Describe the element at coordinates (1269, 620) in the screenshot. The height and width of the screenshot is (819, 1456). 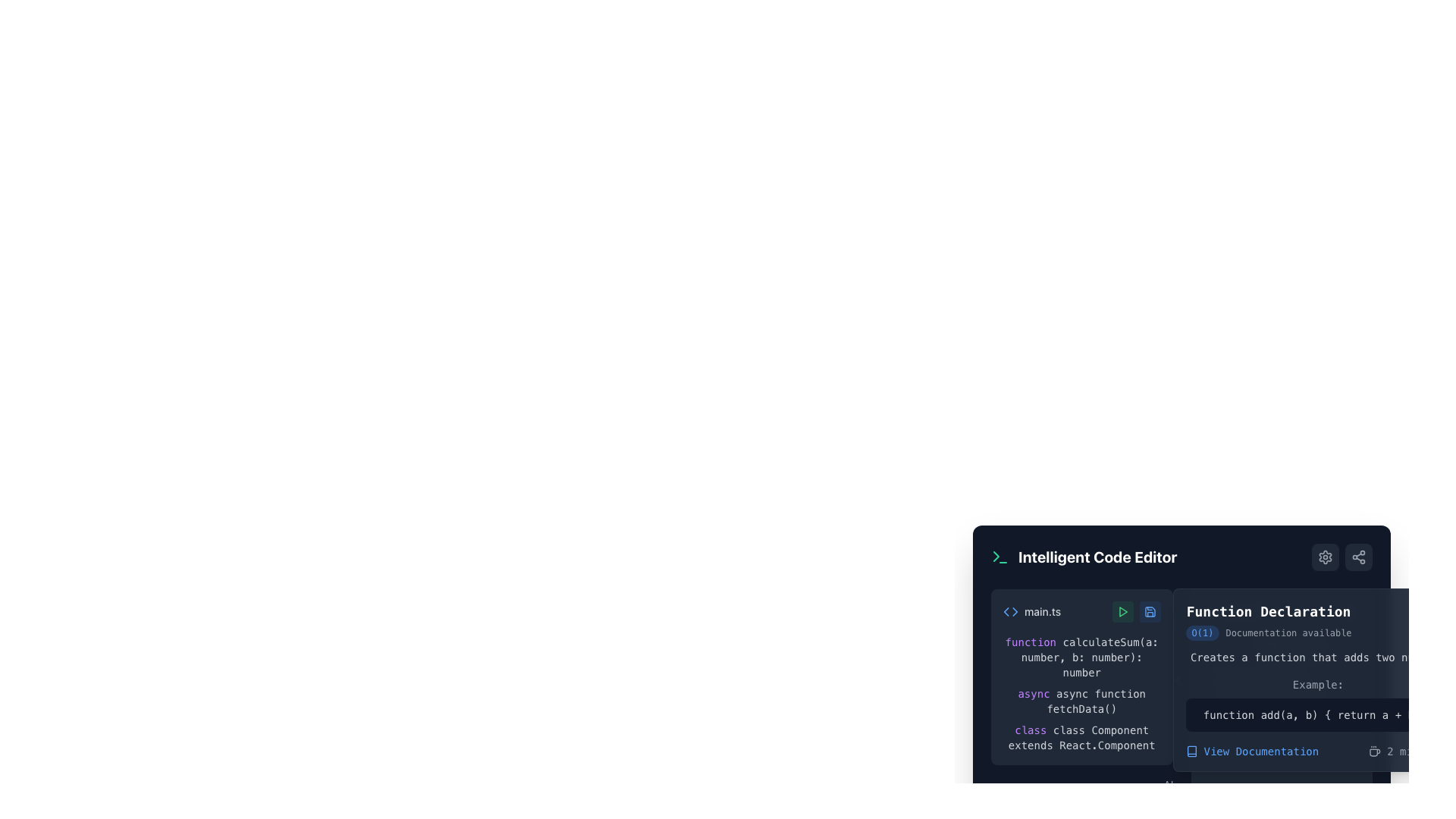
I see `text label displaying 'Function Declaration' in bold white color, located near the top-right corner of the secondary panel within a card-like structure` at that location.